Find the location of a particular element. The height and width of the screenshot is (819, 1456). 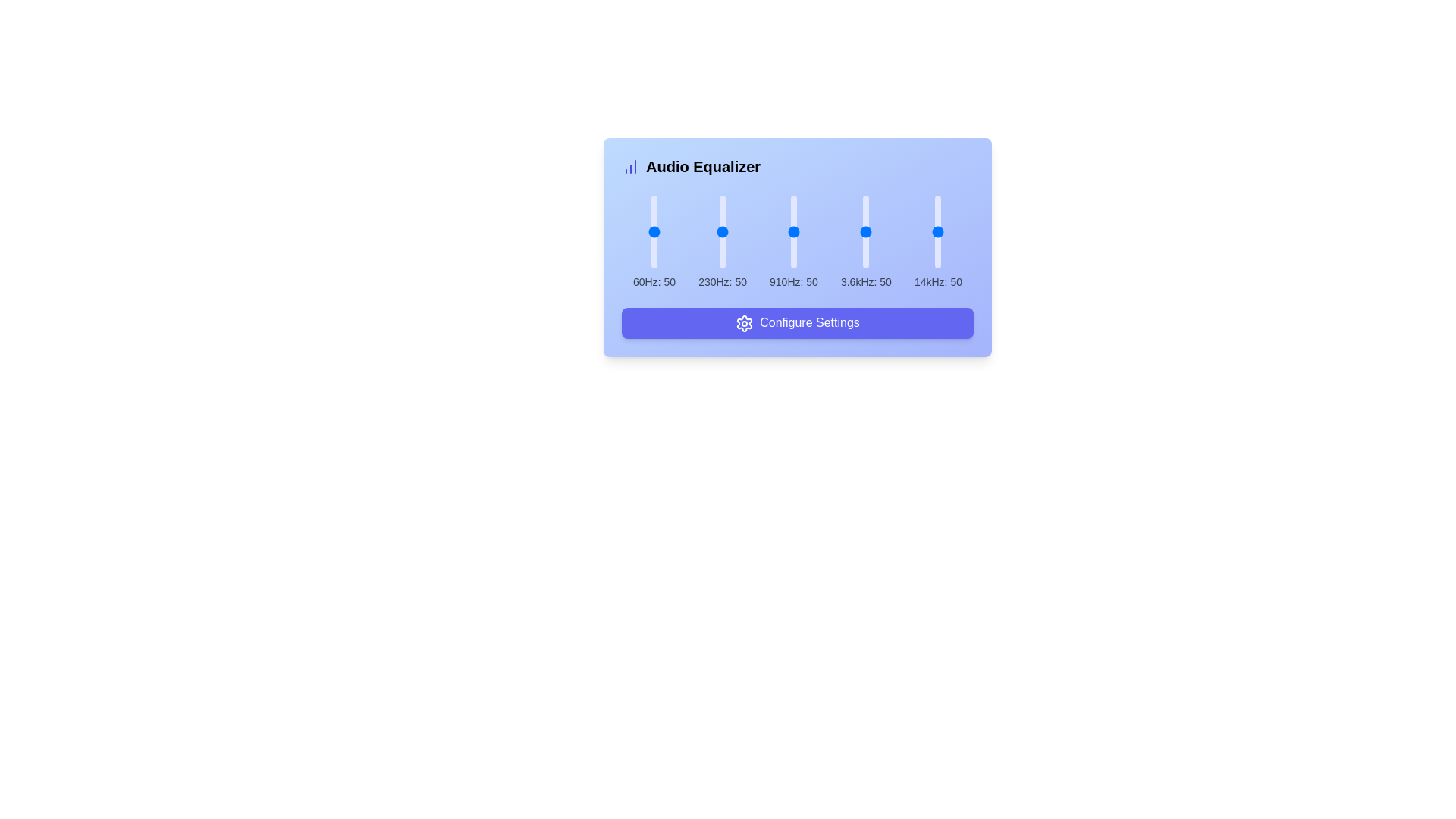

label element that serves as a heading or title for the control panel, located on the right side of a bar chart icon, to gain context about the interface is located at coordinates (702, 166).